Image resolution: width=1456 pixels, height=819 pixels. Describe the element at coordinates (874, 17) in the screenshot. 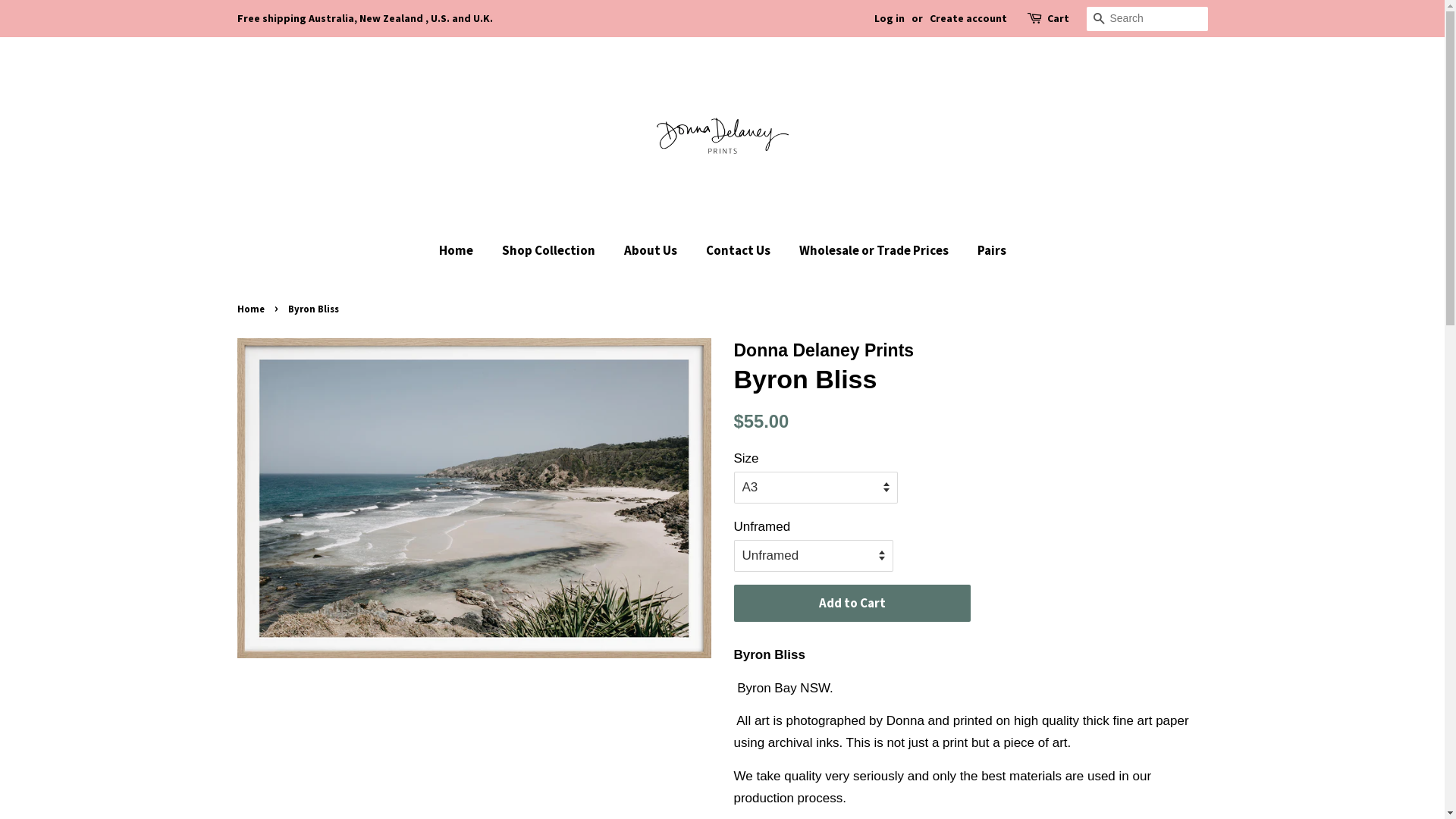

I see `'Log in'` at that location.